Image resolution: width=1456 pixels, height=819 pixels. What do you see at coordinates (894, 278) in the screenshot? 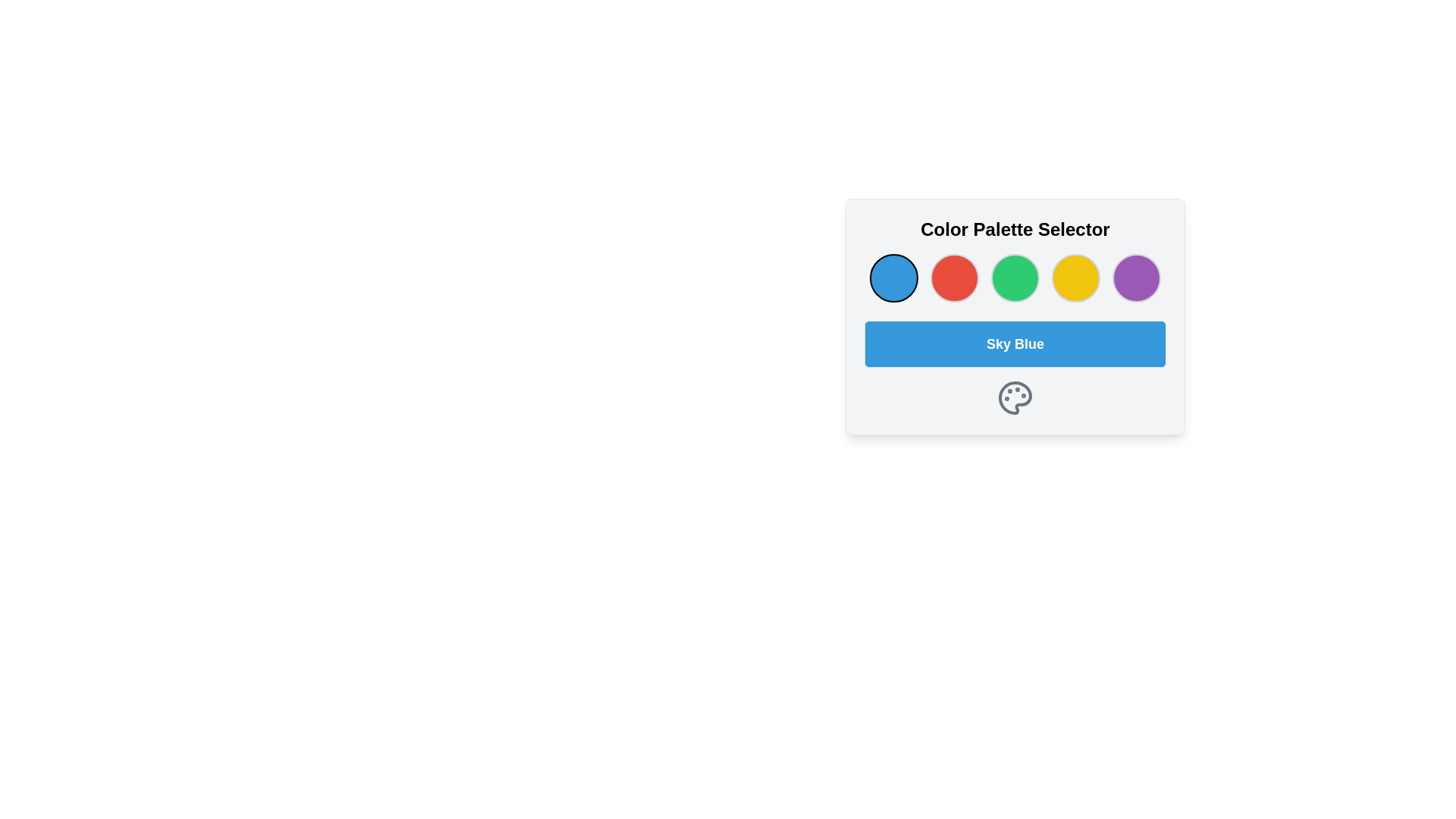
I see `the circular button with a light blue background and black border in the 'Color Palette Selector' panel` at bounding box center [894, 278].